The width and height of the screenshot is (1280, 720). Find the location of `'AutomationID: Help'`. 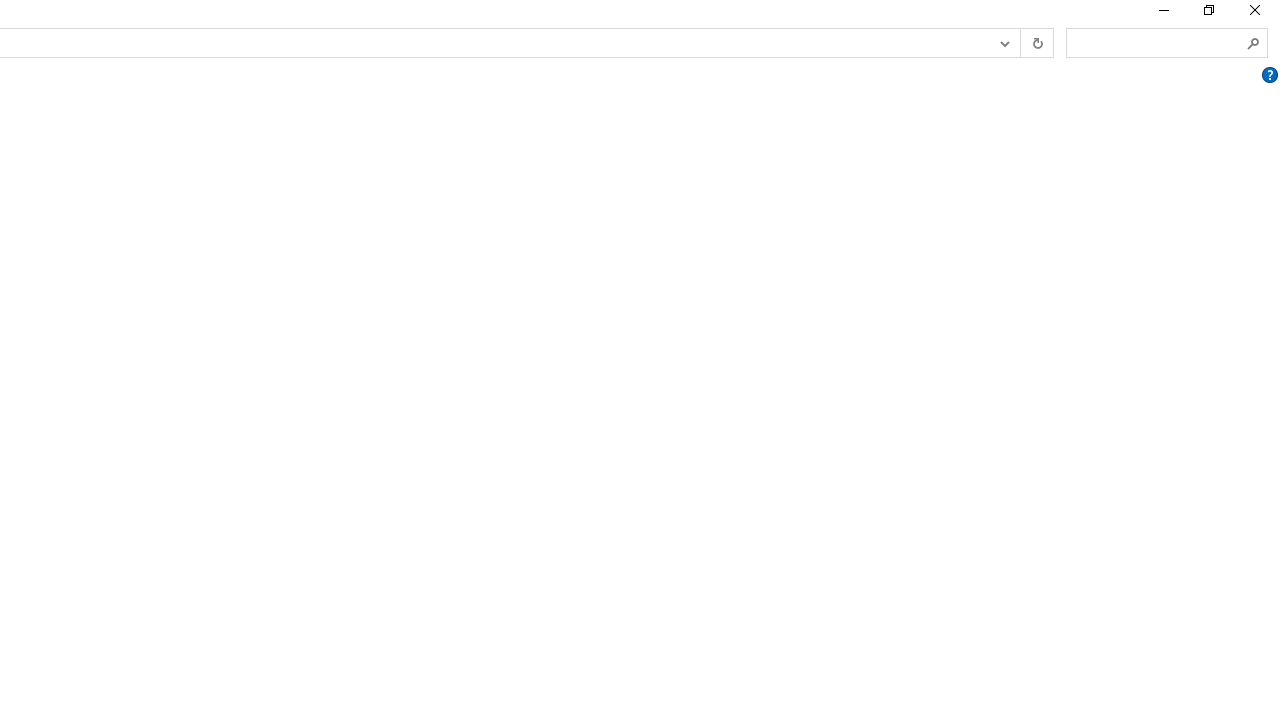

'AutomationID: Help' is located at coordinates (1268, 74).